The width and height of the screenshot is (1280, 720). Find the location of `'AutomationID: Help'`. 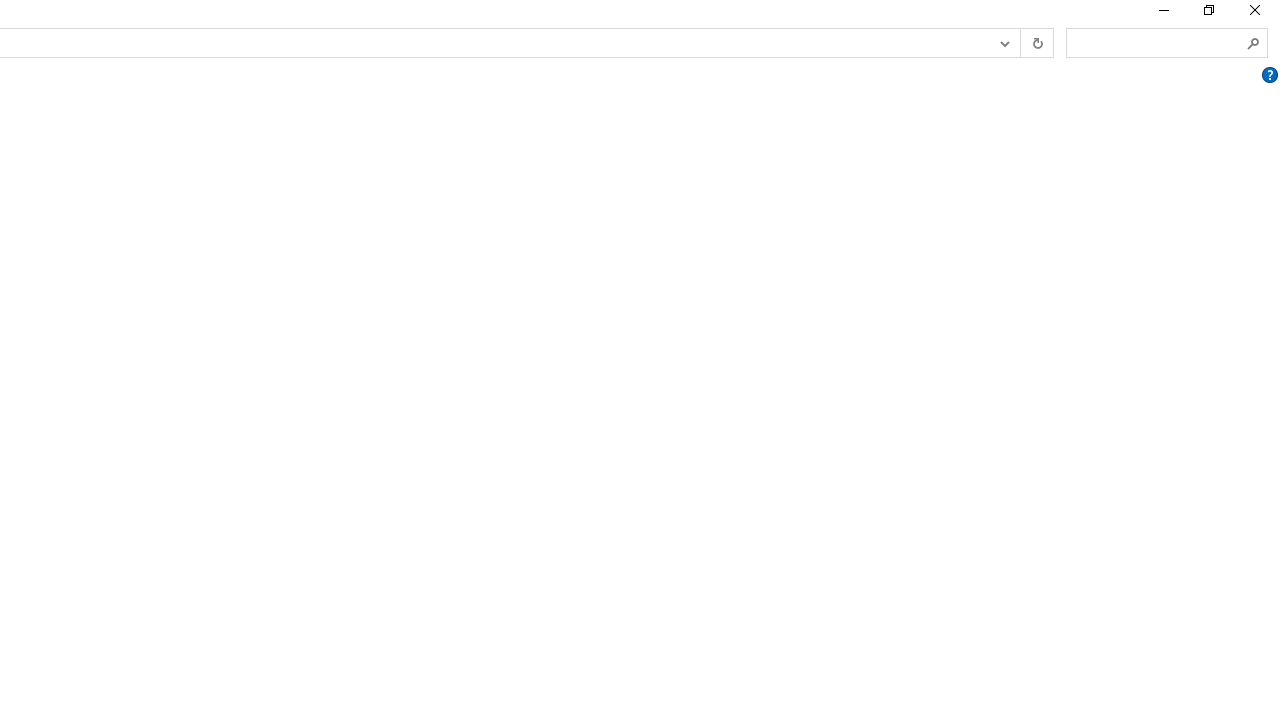

'AutomationID: Help' is located at coordinates (1268, 74).